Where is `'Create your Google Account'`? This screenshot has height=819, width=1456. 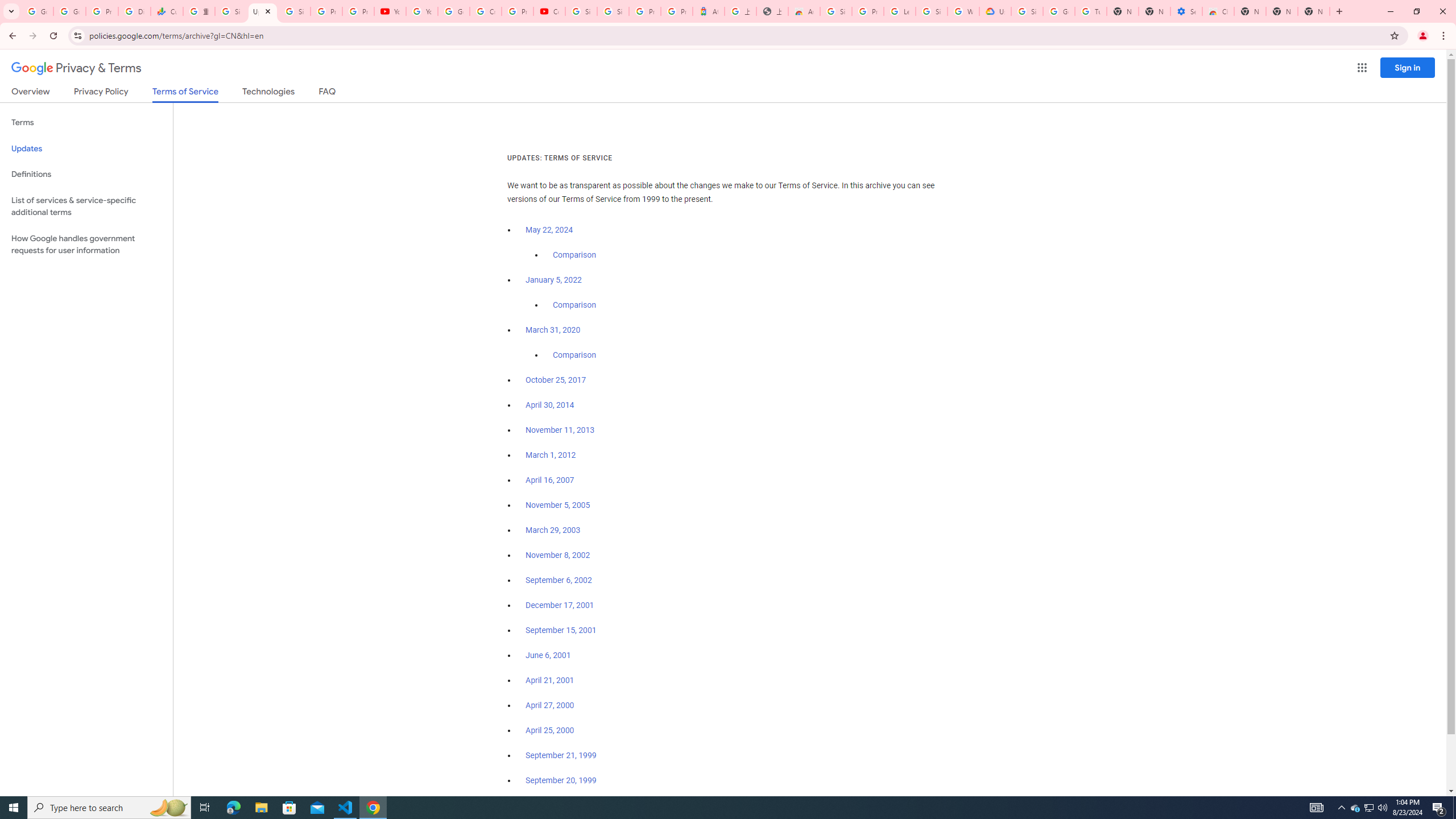 'Create your Google Account' is located at coordinates (485, 11).